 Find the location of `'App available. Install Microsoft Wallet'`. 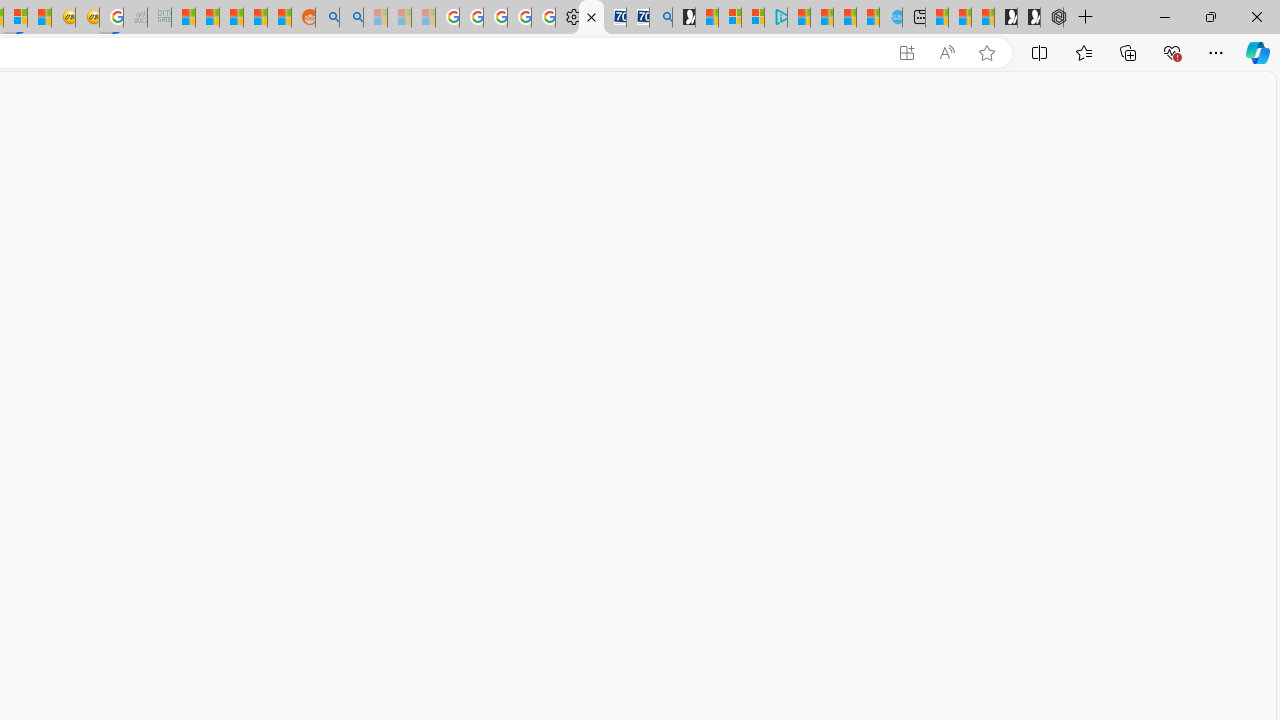

'App available. Install Microsoft Wallet' is located at coordinates (905, 52).